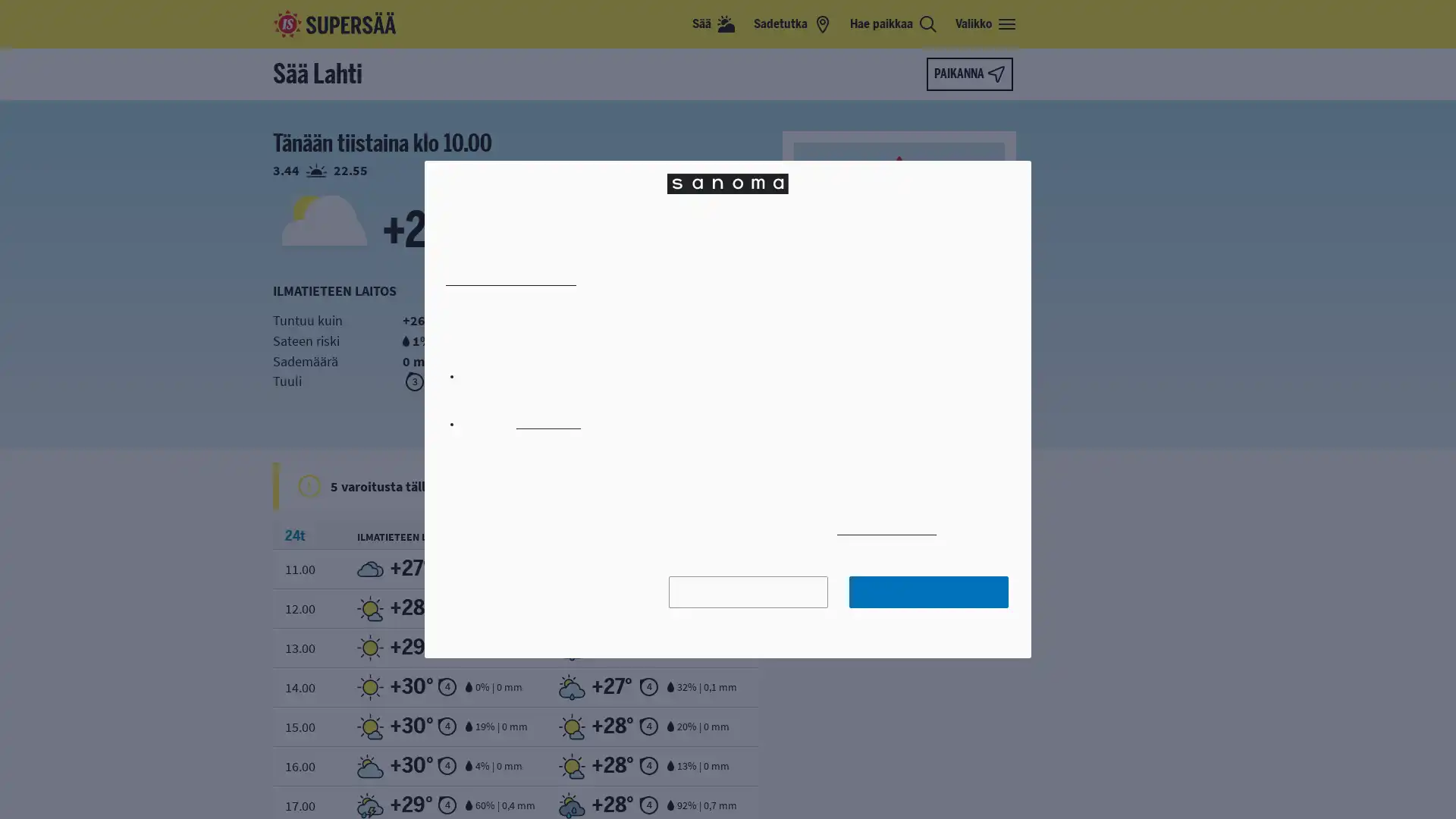  I want to click on Valikko, so click(986, 24).